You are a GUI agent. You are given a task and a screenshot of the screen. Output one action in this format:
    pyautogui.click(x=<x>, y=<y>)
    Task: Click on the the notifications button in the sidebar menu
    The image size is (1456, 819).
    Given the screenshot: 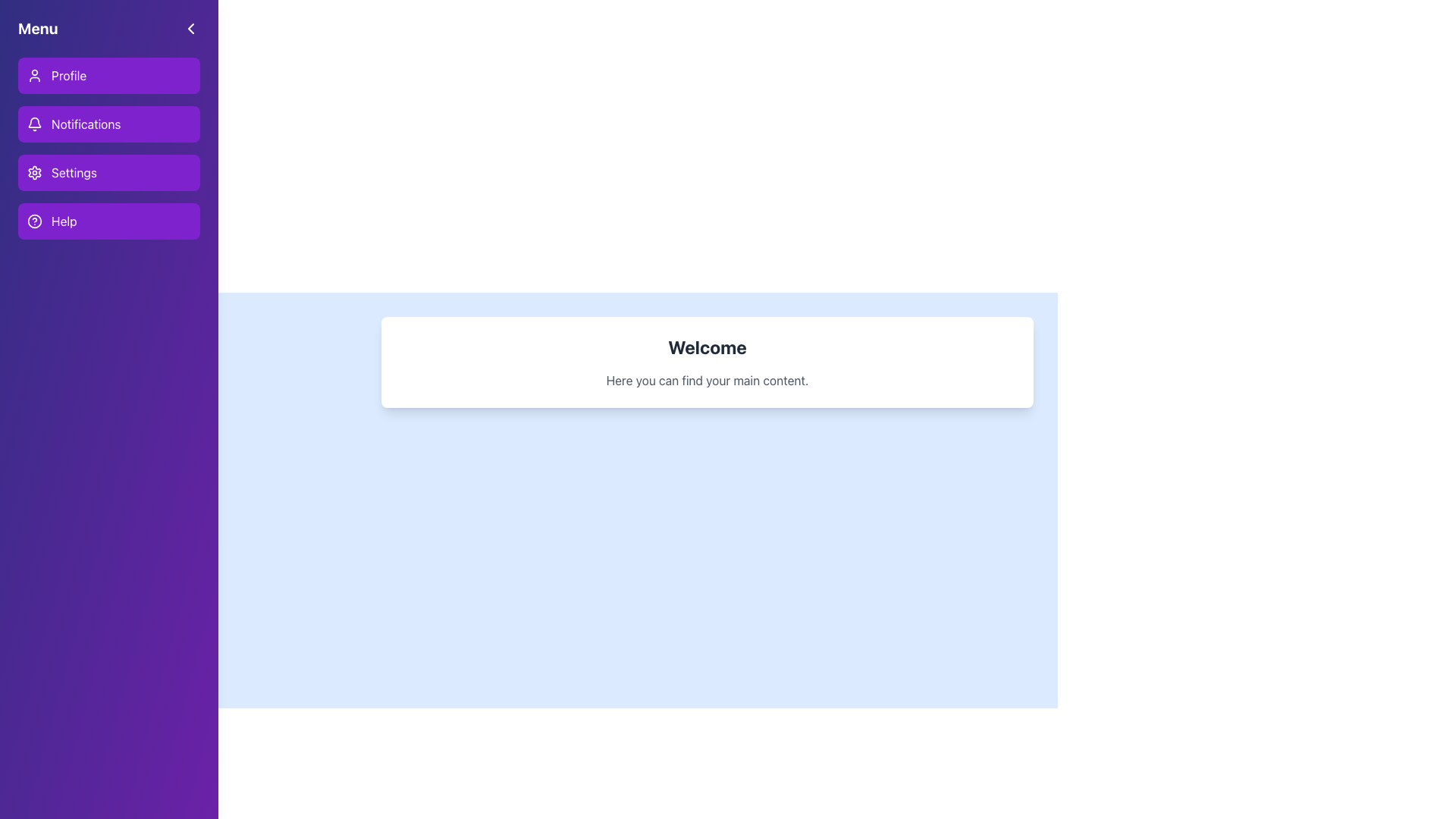 What is the action you would take?
    pyautogui.click(x=108, y=124)
    